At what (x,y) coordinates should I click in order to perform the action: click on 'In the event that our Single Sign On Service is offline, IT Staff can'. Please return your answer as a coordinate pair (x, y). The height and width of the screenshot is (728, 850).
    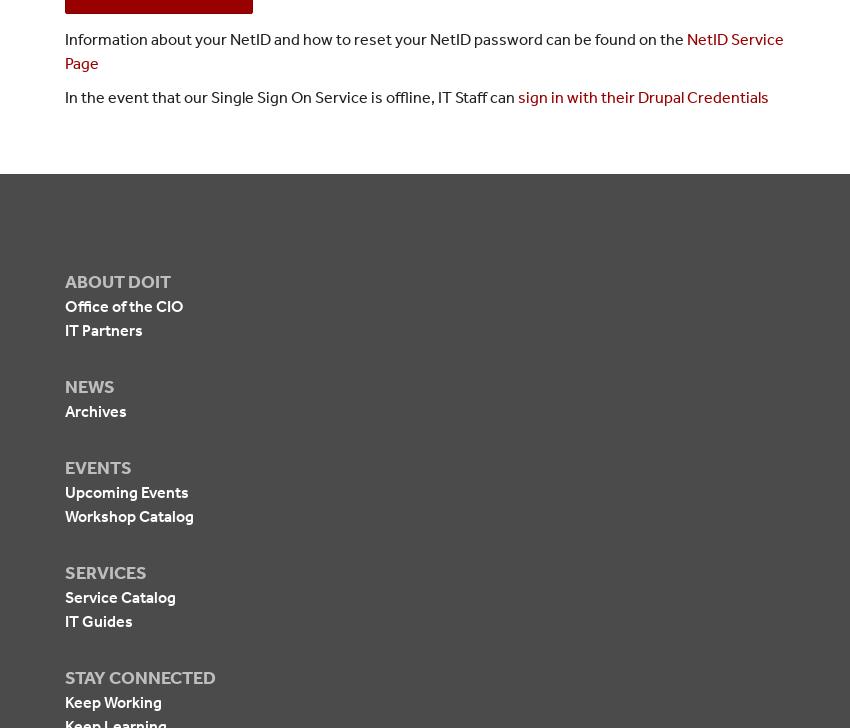
    Looking at the image, I should click on (290, 96).